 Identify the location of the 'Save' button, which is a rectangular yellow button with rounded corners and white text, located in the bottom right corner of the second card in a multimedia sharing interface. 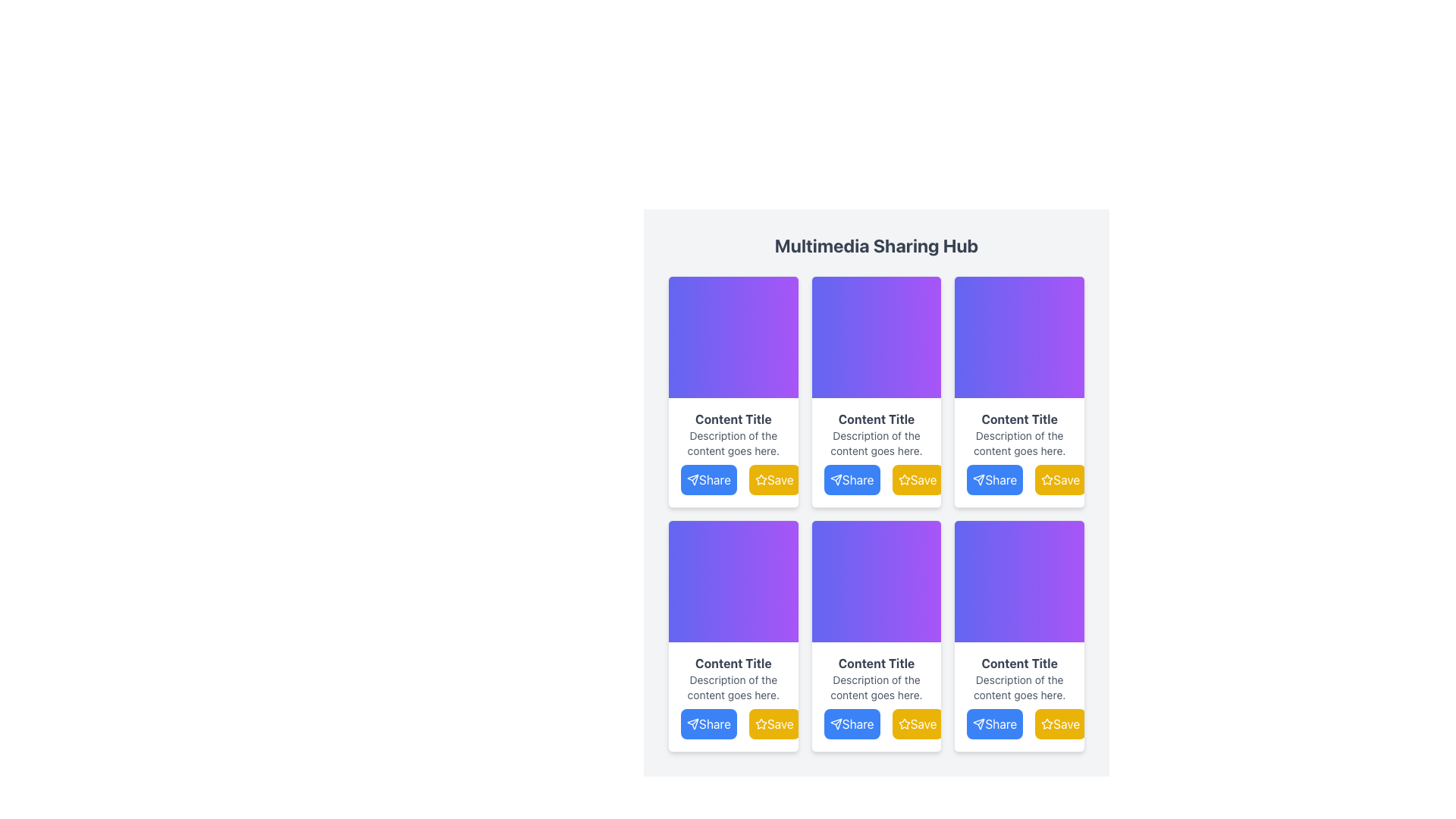
(916, 479).